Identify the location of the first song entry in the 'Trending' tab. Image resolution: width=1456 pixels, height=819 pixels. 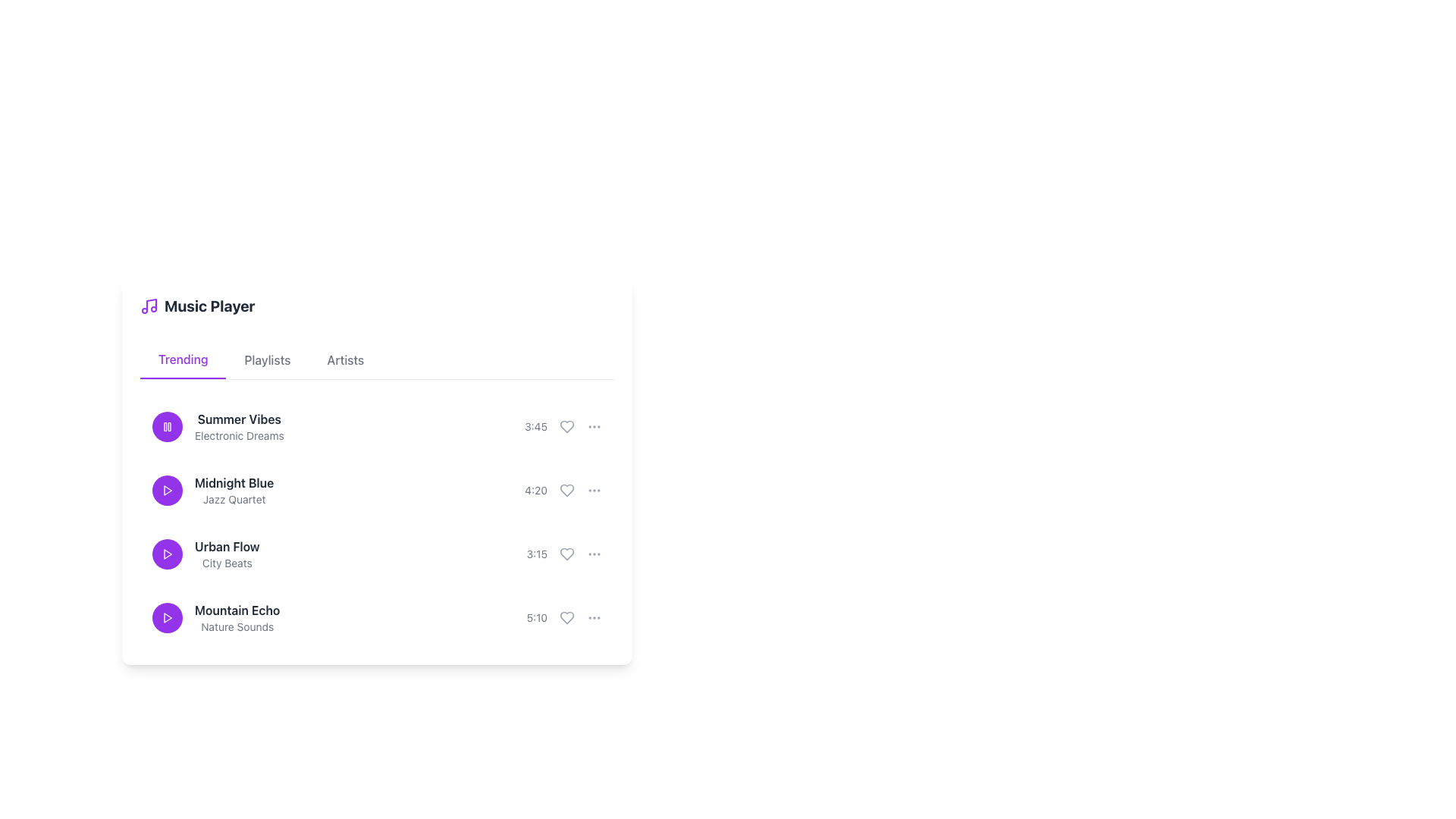
(377, 427).